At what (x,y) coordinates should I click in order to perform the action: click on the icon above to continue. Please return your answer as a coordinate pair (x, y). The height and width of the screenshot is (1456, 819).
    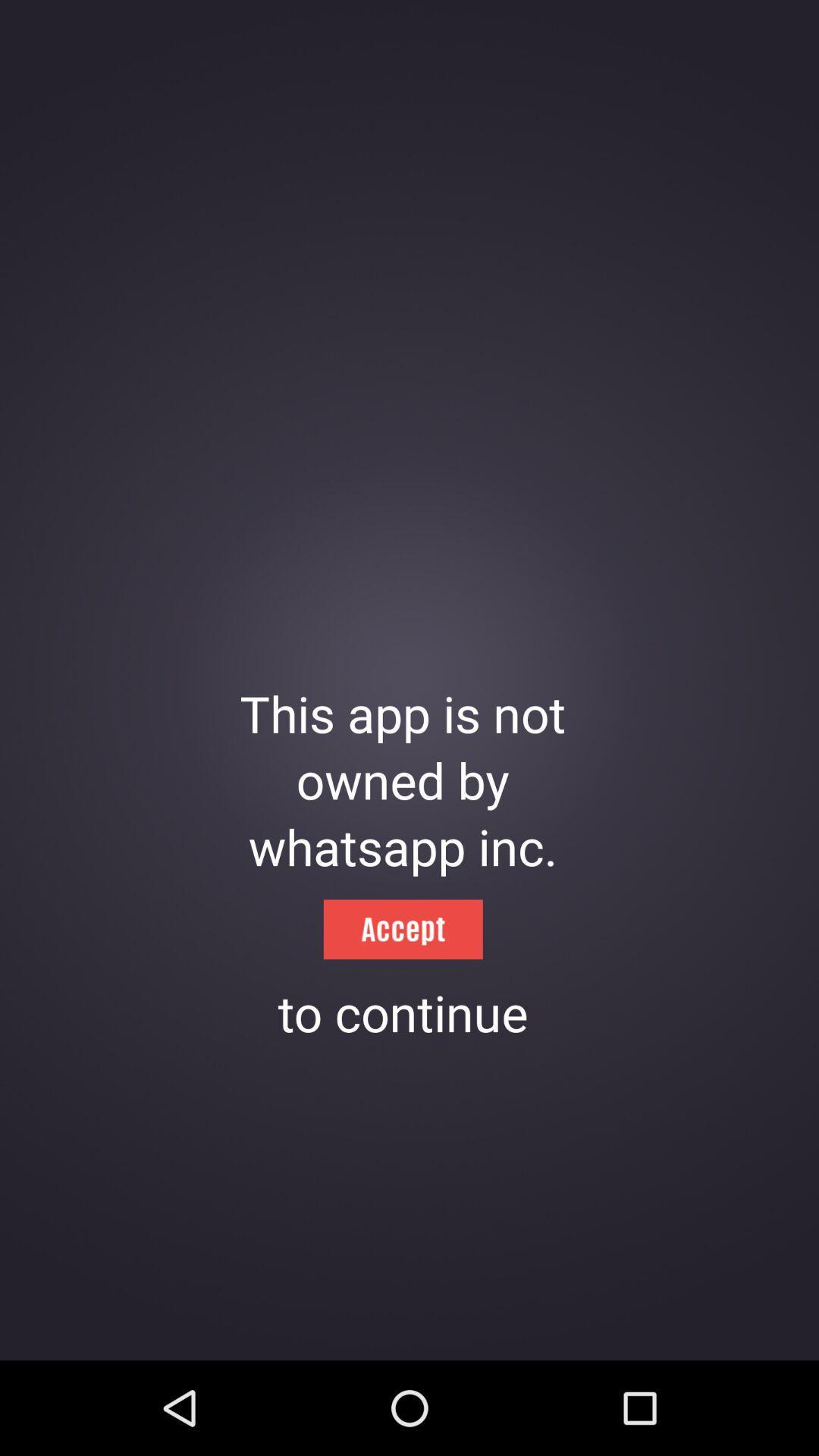
    Looking at the image, I should click on (402, 928).